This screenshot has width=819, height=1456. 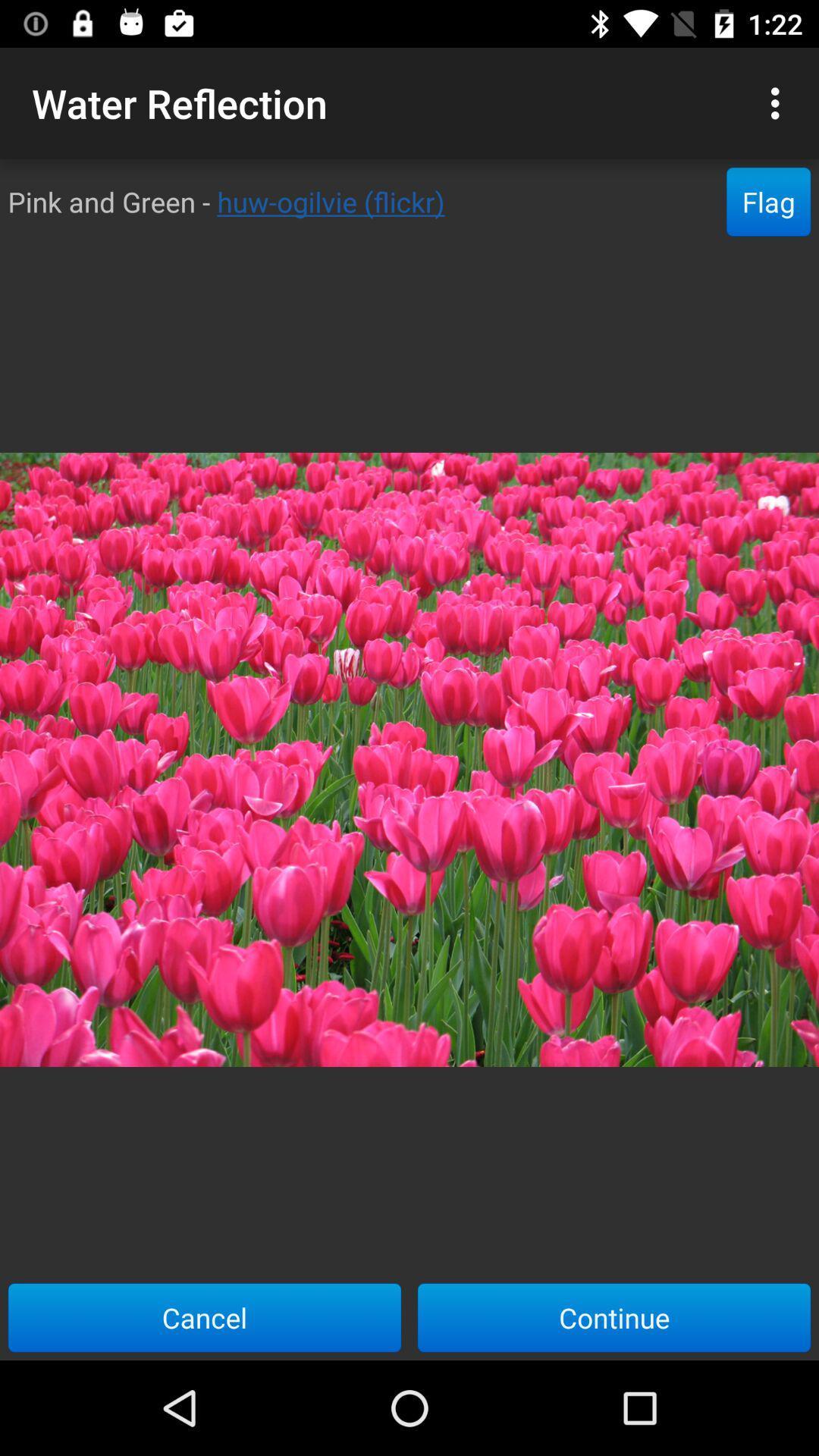 What do you see at coordinates (768, 201) in the screenshot?
I see `flag item` at bounding box center [768, 201].